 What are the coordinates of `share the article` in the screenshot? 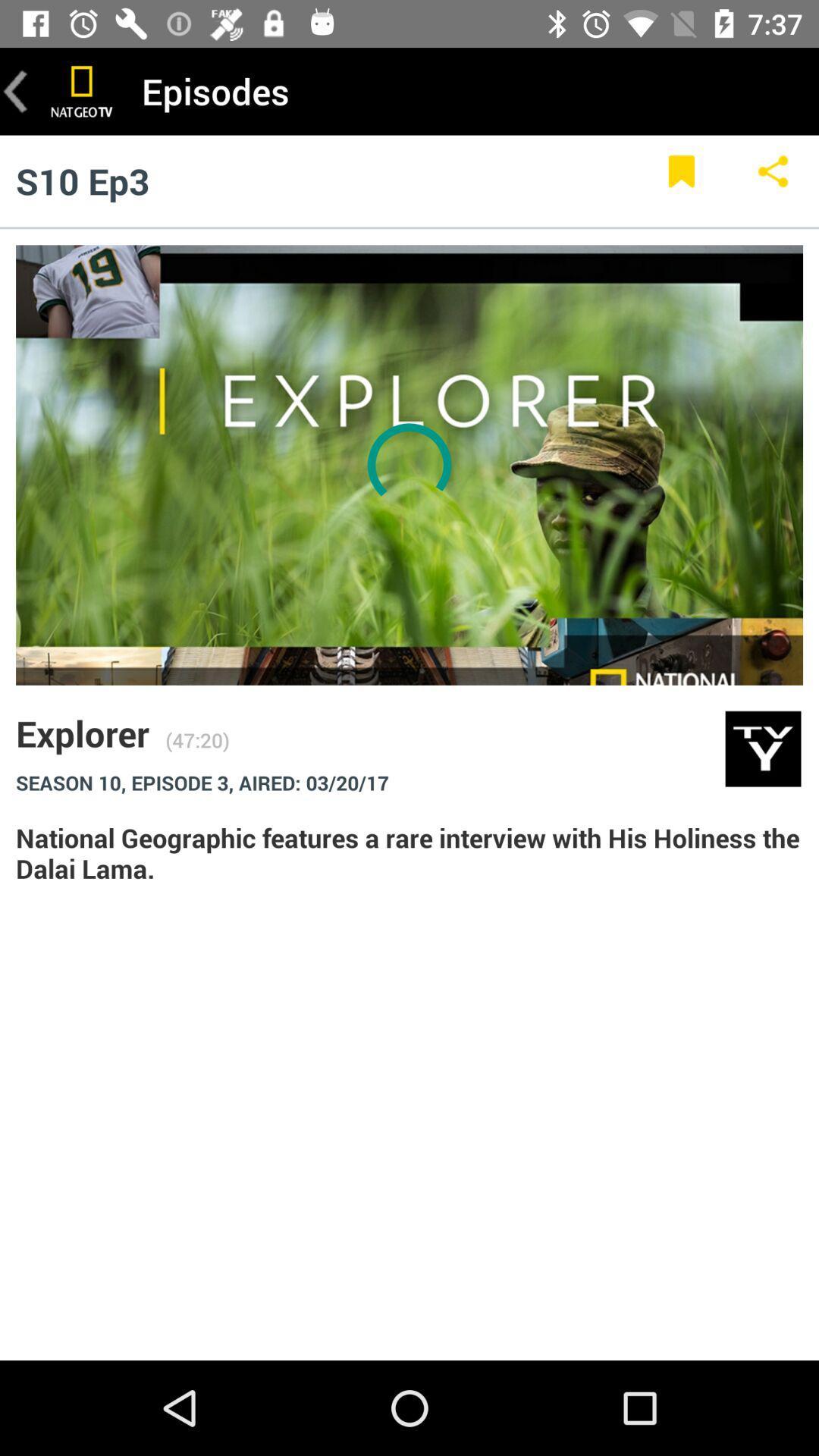 It's located at (773, 180).